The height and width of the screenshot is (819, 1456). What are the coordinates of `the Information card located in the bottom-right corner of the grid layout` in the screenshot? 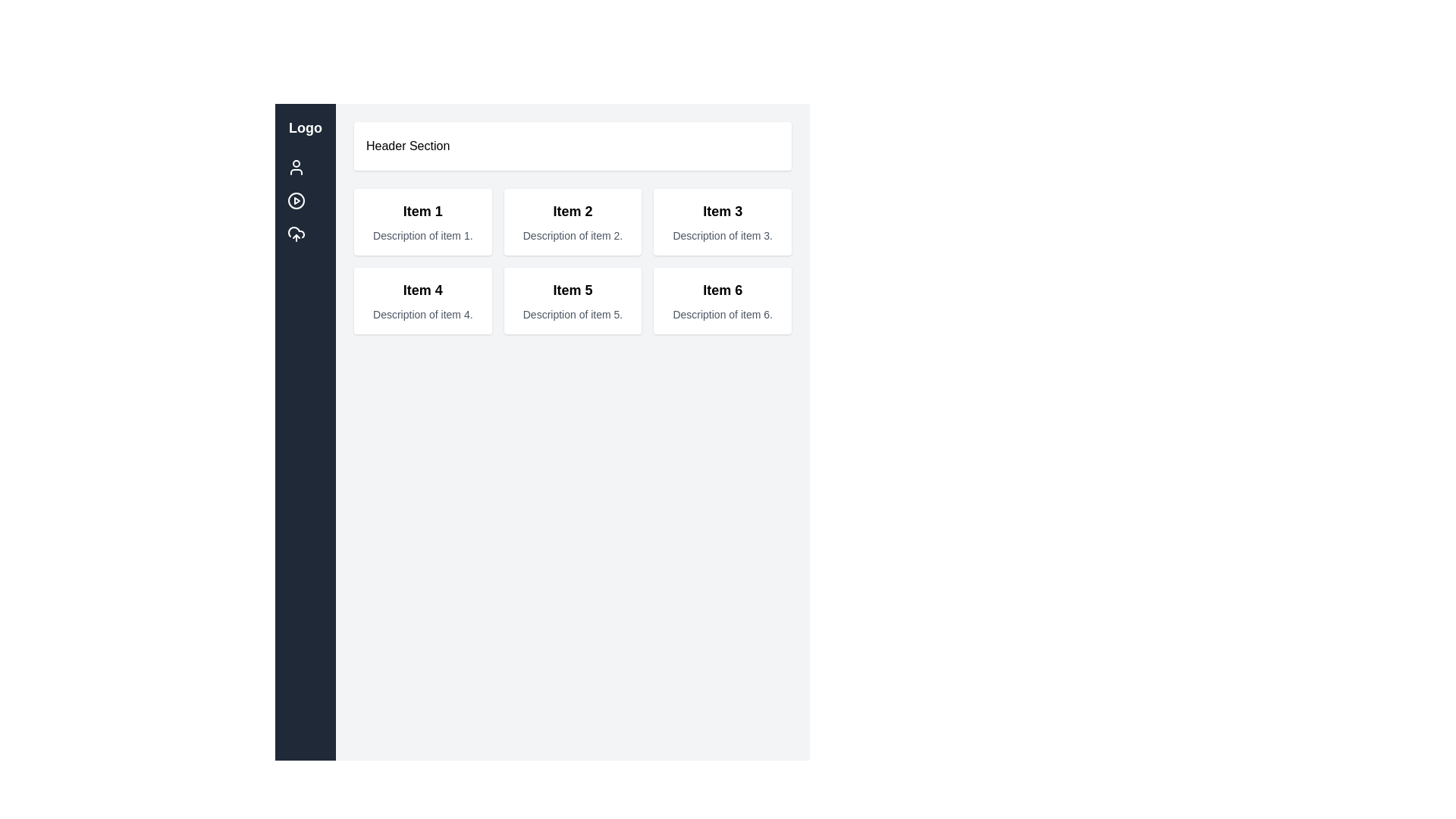 It's located at (722, 301).